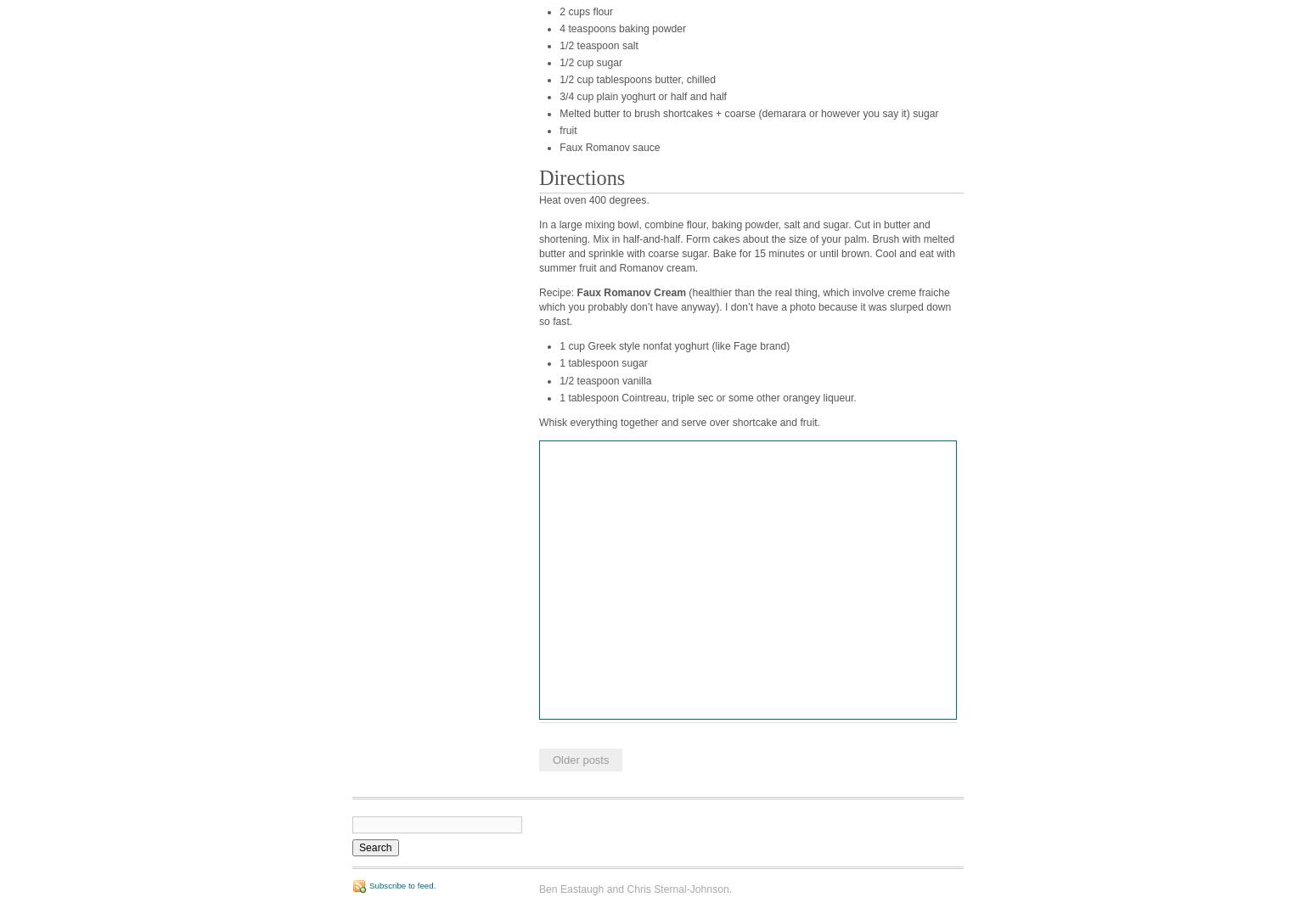  What do you see at coordinates (706, 396) in the screenshot?
I see `'1 tablespoon Cointreau, triple sec or some other orangey liqueur.'` at bounding box center [706, 396].